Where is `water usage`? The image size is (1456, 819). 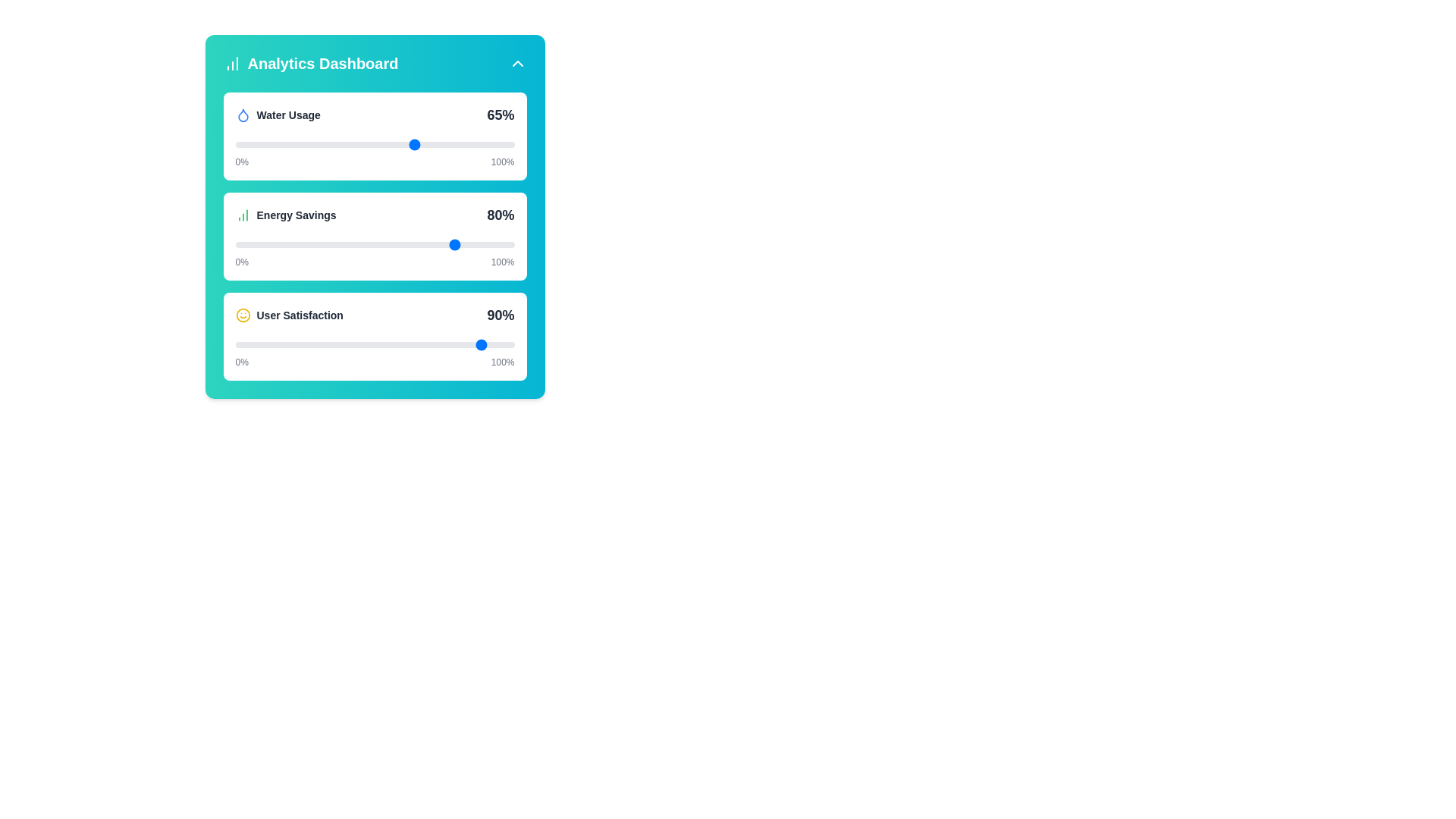
water usage is located at coordinates (263, 145).